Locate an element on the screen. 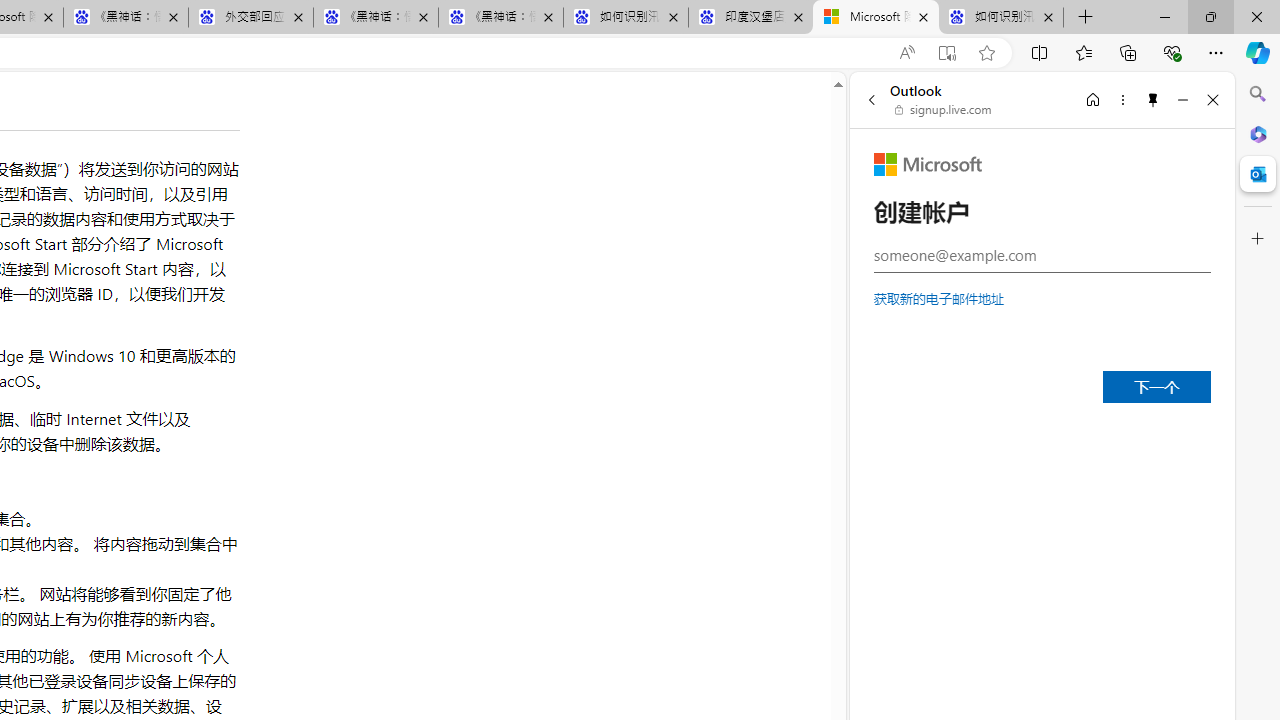 Image resolution: width=1280 pixels, height=720 pixels. 'Browser essentials' is located at coordinates (1171, 51).